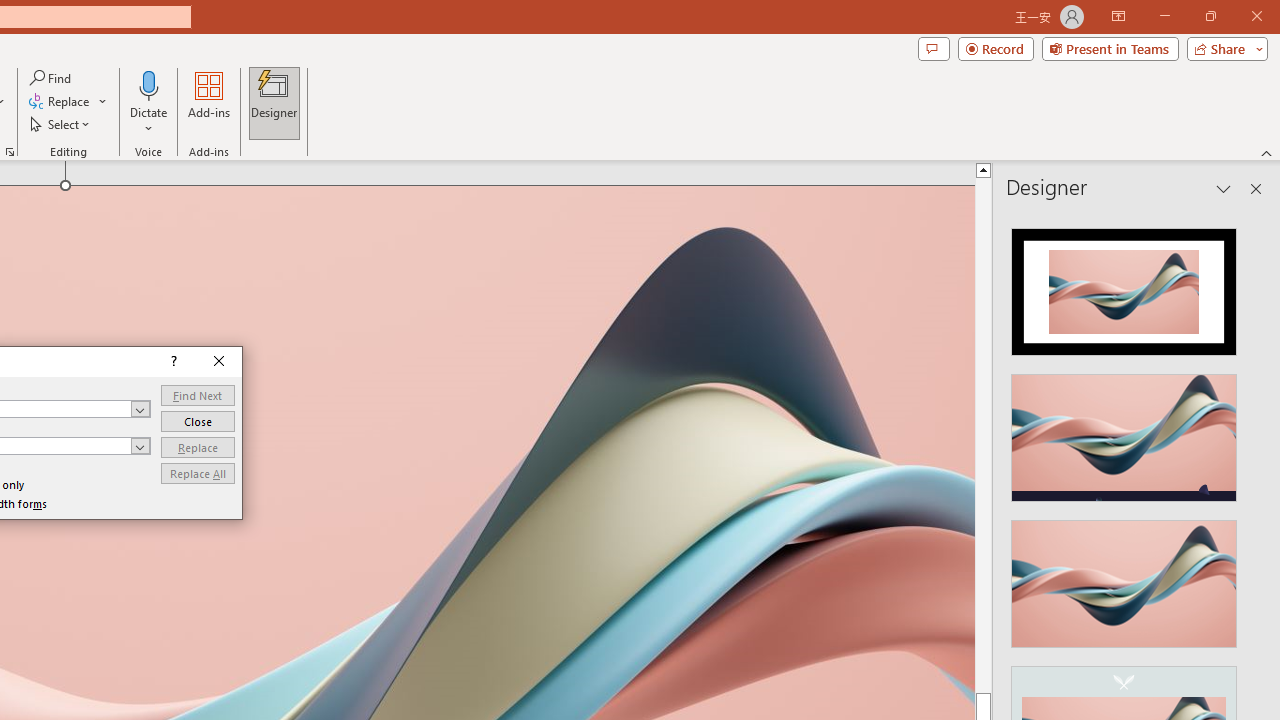 This screenshot has width=1280, height=720. Describe the element at coordinates (197, 473) in the screenshot. I see `'Replace All'` at that location.